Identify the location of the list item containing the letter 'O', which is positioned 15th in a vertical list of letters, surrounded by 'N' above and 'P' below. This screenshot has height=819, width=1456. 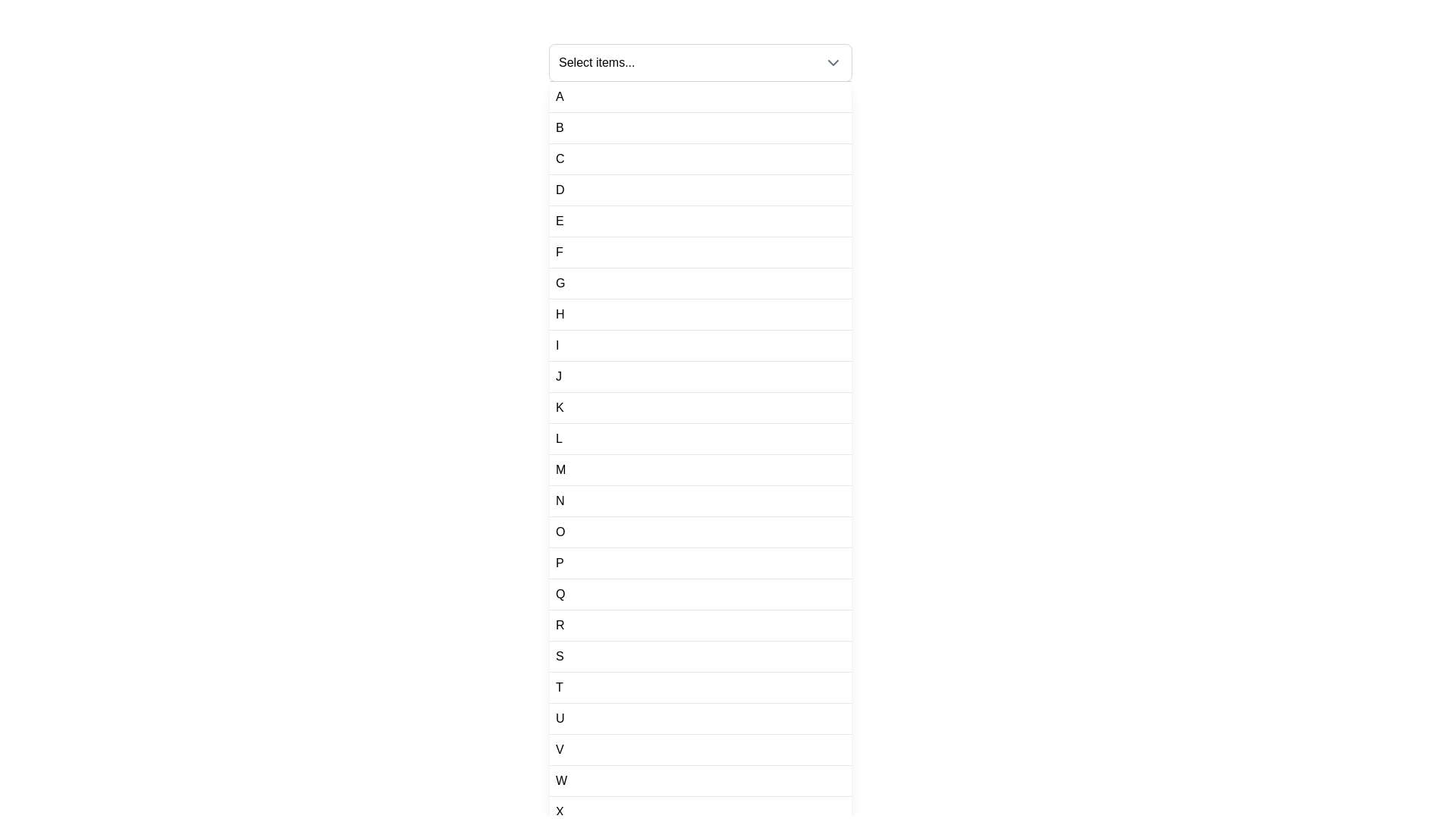
(700, 532).